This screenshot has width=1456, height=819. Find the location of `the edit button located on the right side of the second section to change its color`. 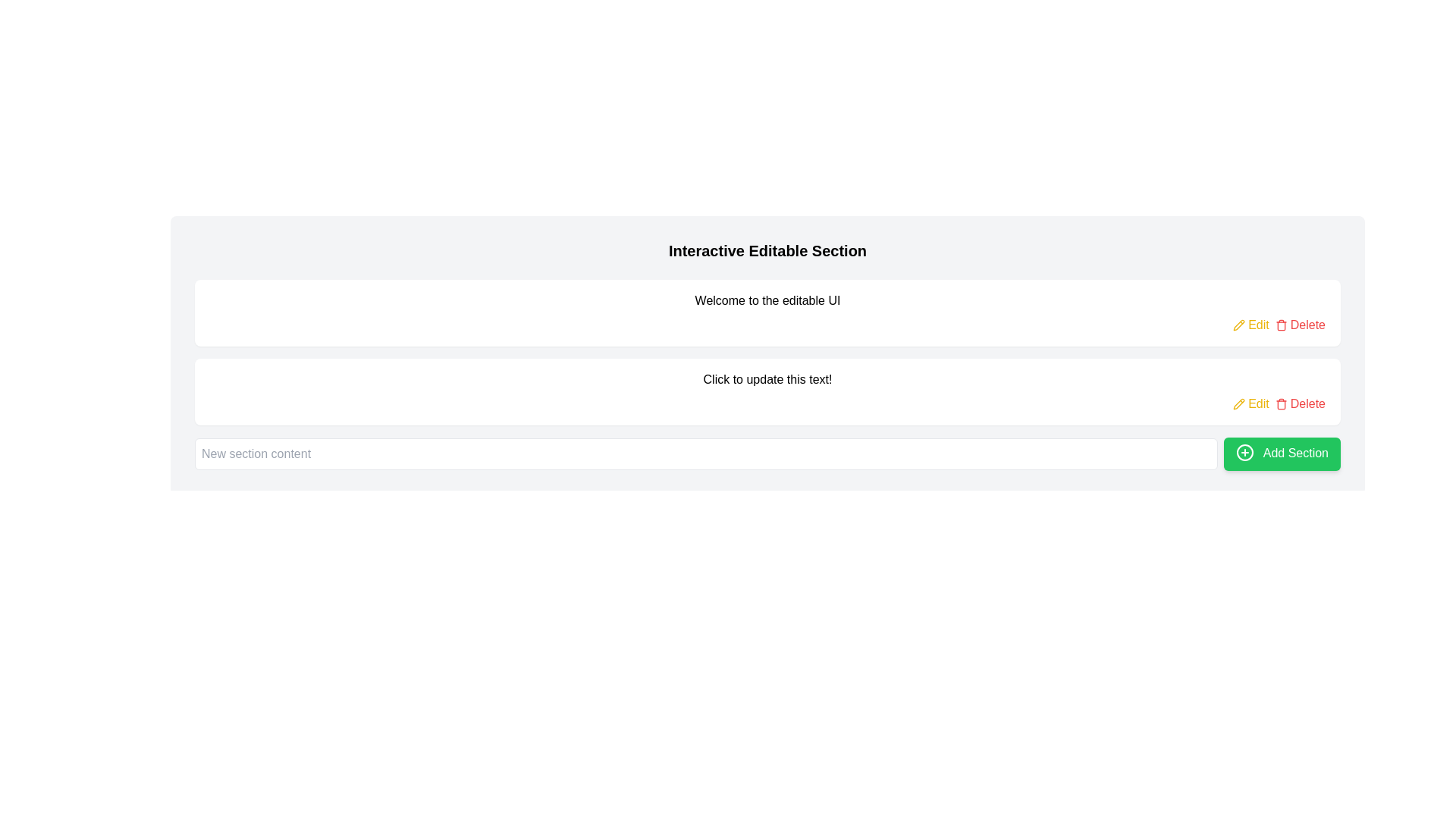

the edit button located on the right side of the second section to change its color is located at coordinates (1251, 324).